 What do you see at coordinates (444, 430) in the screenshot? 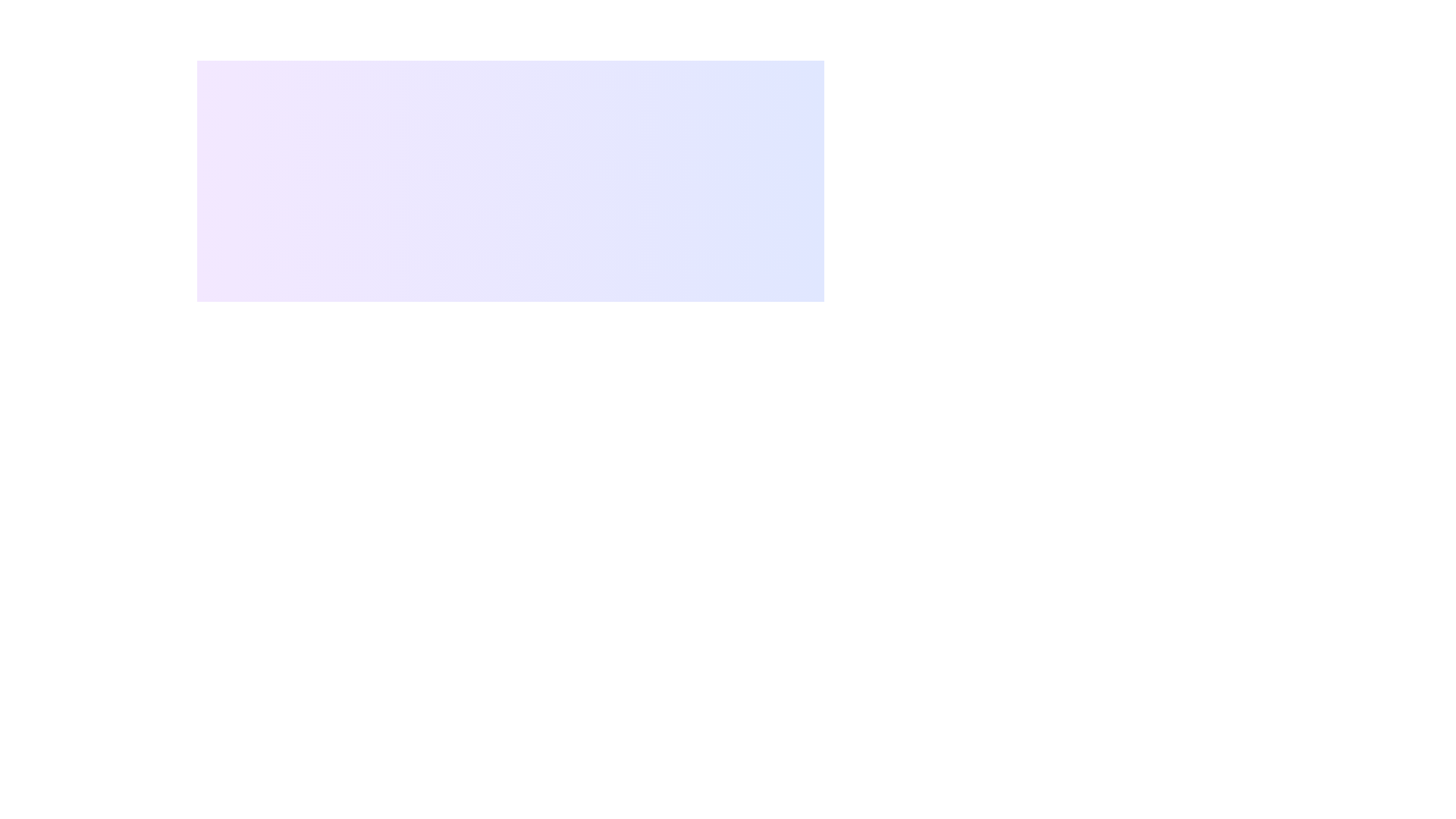
I see `the SVG Circle element, which is a circular shape with a radius of 10 units, positioned at the center of an intersection within an SVG representation` at bounding box center [444, 430].